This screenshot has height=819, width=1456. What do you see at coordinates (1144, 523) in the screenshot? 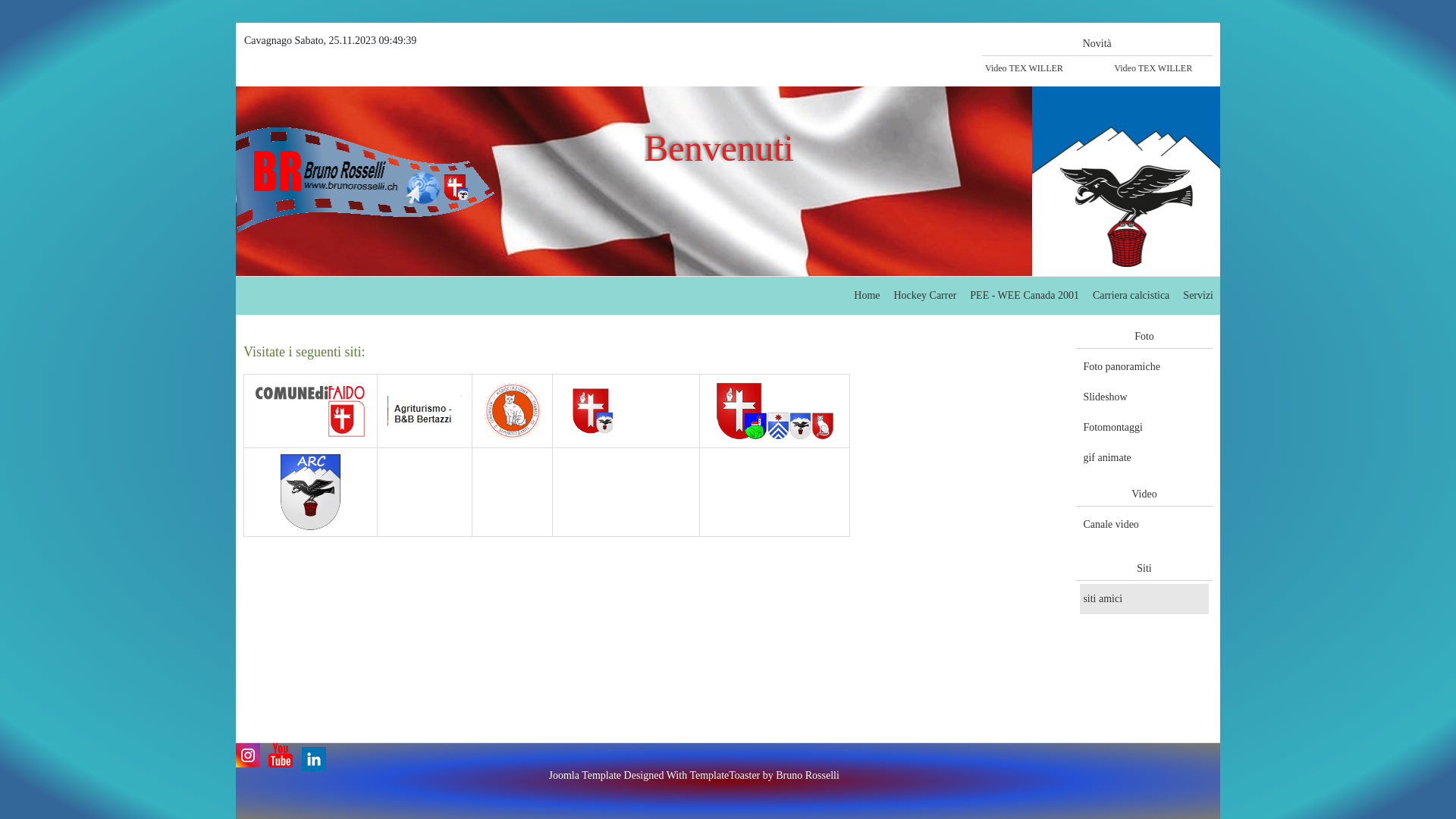
I see `'Canale video'` at bounding box center [1144, 523].